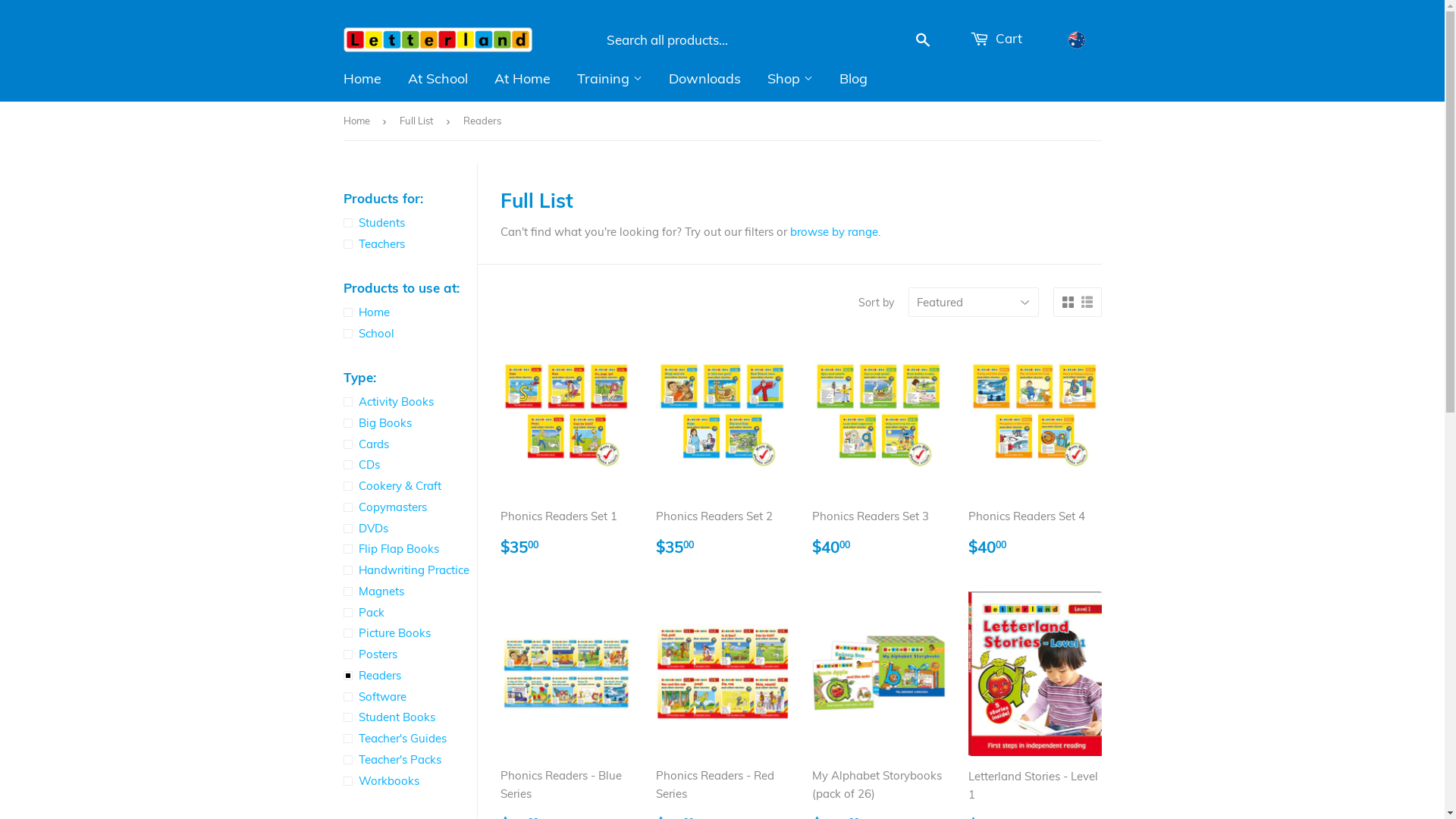  I want to click on 'DVDs', so click(409, 528).